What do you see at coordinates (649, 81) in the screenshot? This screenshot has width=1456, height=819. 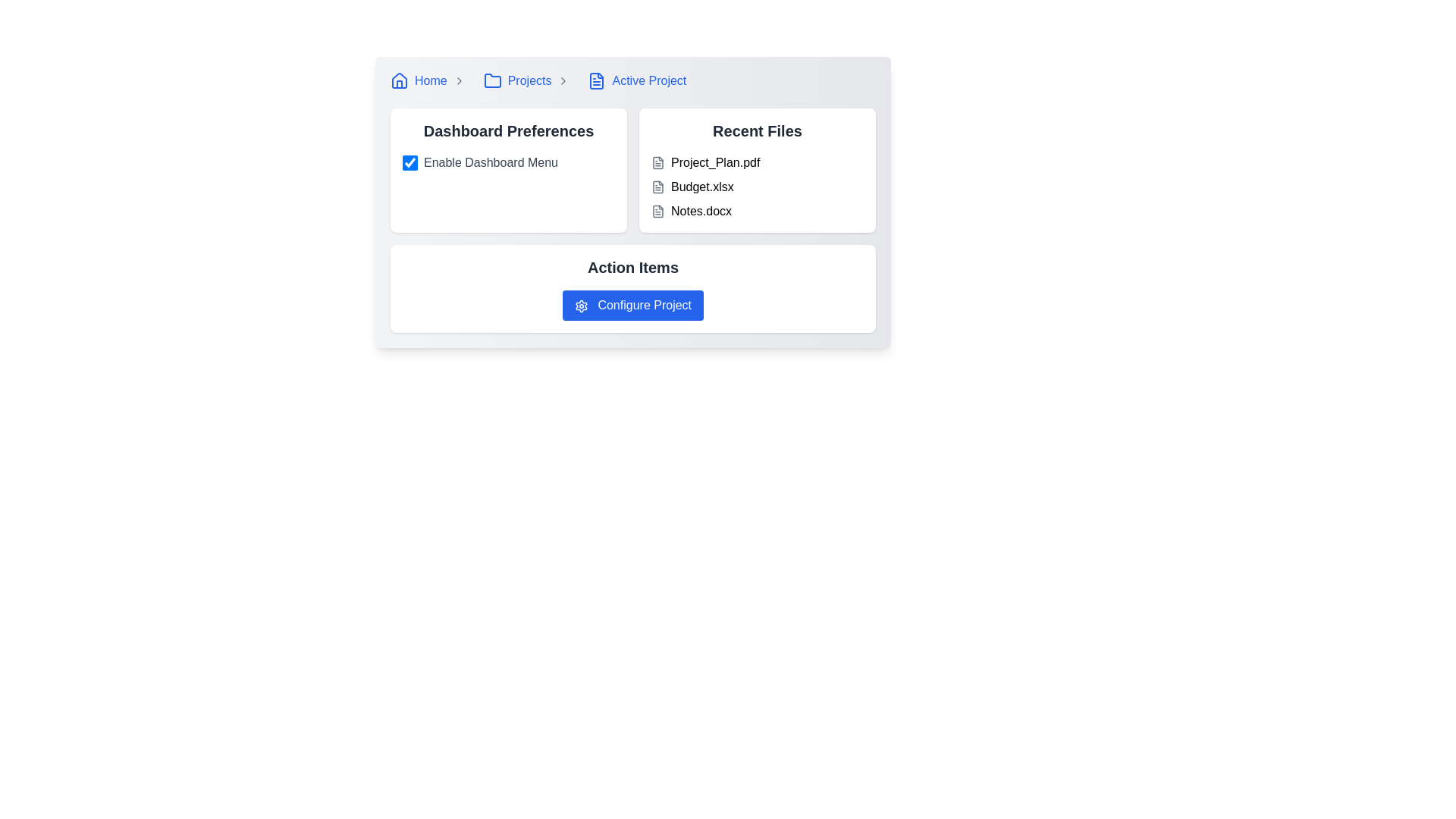 I see `the 'Active Project' text label, which is the third item in the breadcrumb navigation bar, styled in blue with medium font weight` at bounding box center [649, 81].